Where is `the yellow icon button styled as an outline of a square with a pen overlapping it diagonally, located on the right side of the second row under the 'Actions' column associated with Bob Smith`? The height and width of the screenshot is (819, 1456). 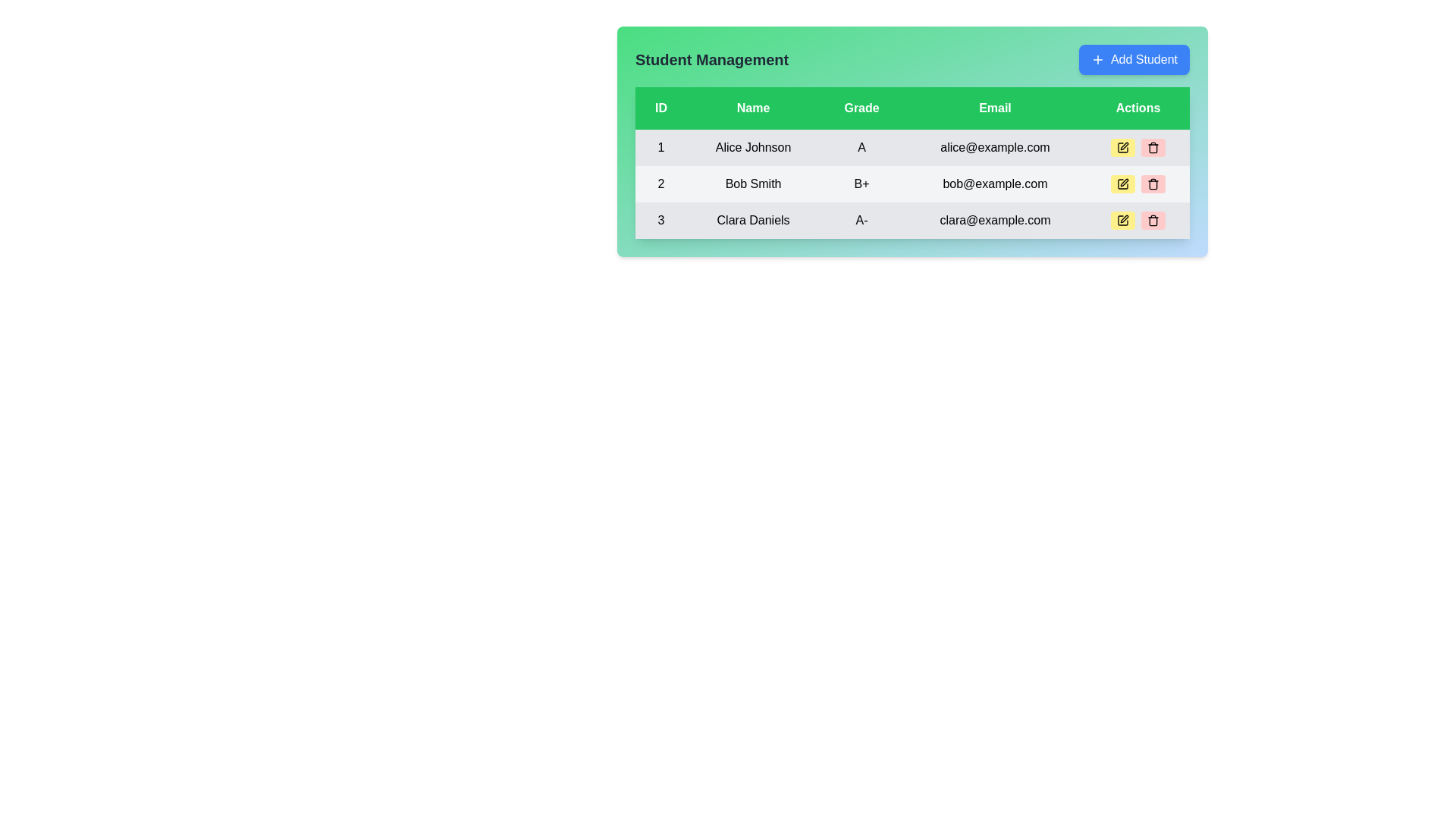
the yellow icon button styled as an outline of a square with a pen overlapping it diagonally, located on the right side of the second row under the 'Actions' column associated with Bob Smith is located at coordinates (1122, 184).